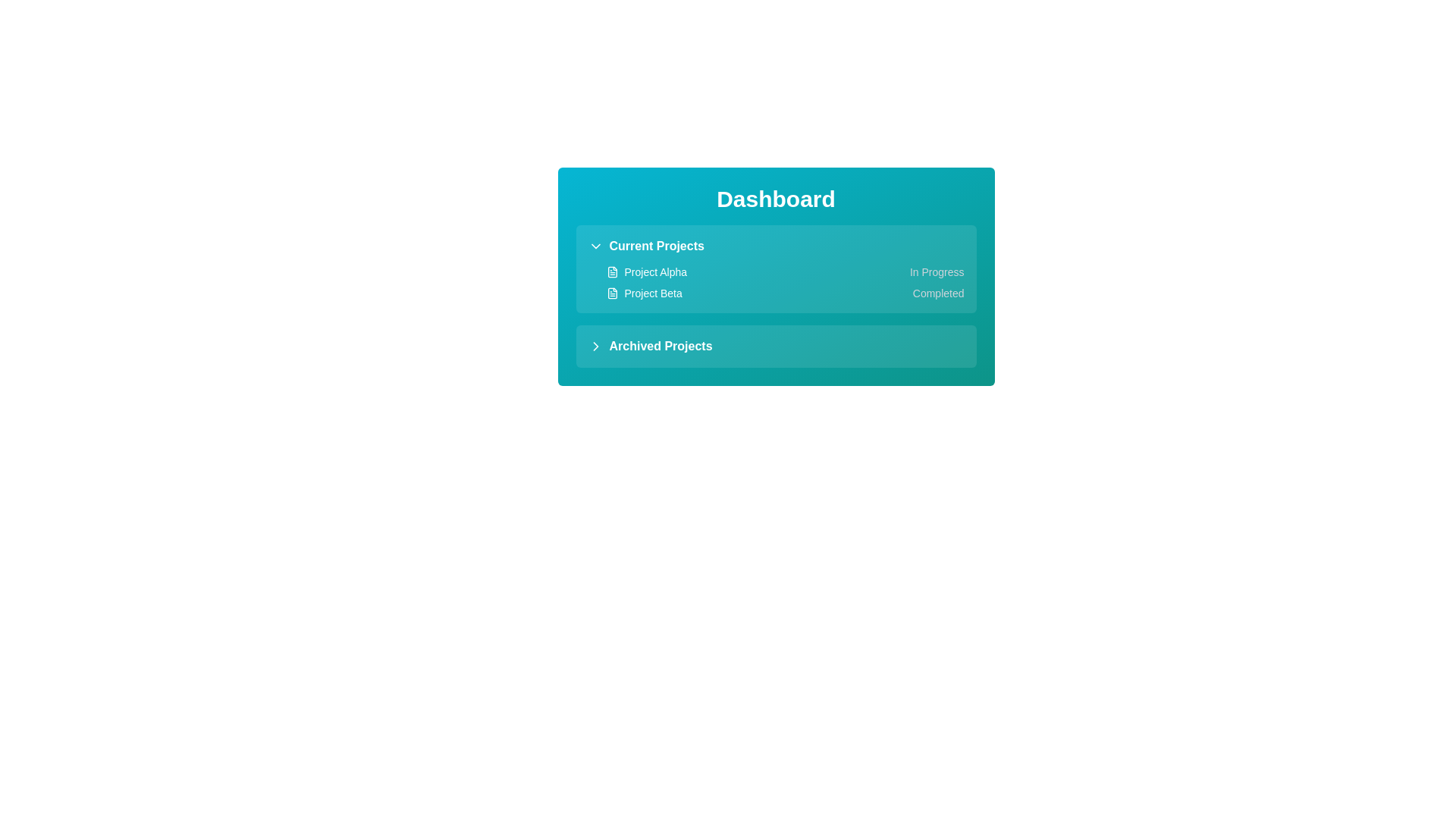 The width and height of the screenshot is (1456, 819). Describe the element at coordinates (653, 293) in the screenshot. I see `the text label displaying 'Project Beta' in white font, located within the teal-colored panel, positioned below 'Project Alpha' and to the right of a file icon` at that location.